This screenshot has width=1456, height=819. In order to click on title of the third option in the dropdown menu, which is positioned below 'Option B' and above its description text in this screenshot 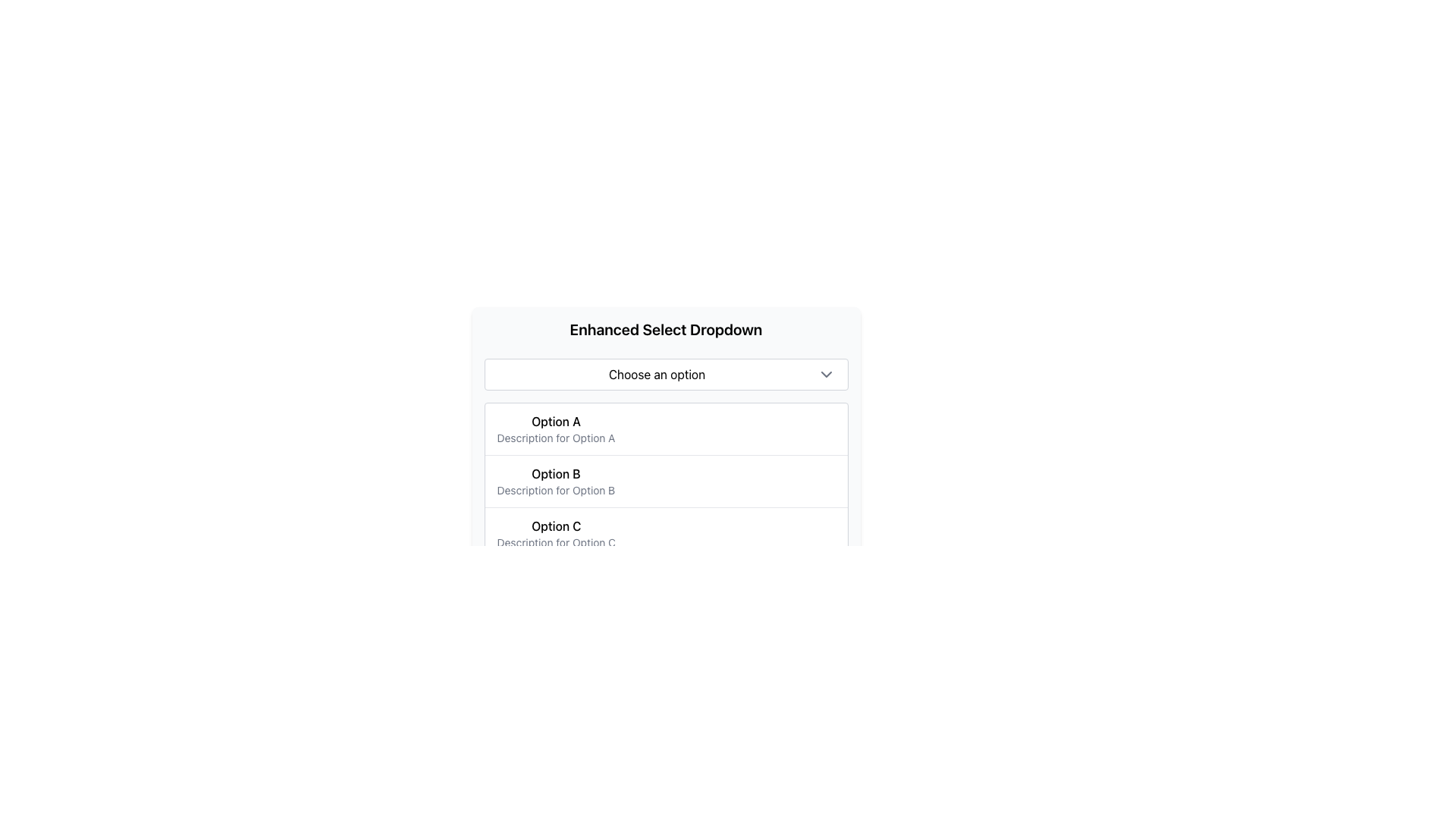, I will do `click(555, 526)`.